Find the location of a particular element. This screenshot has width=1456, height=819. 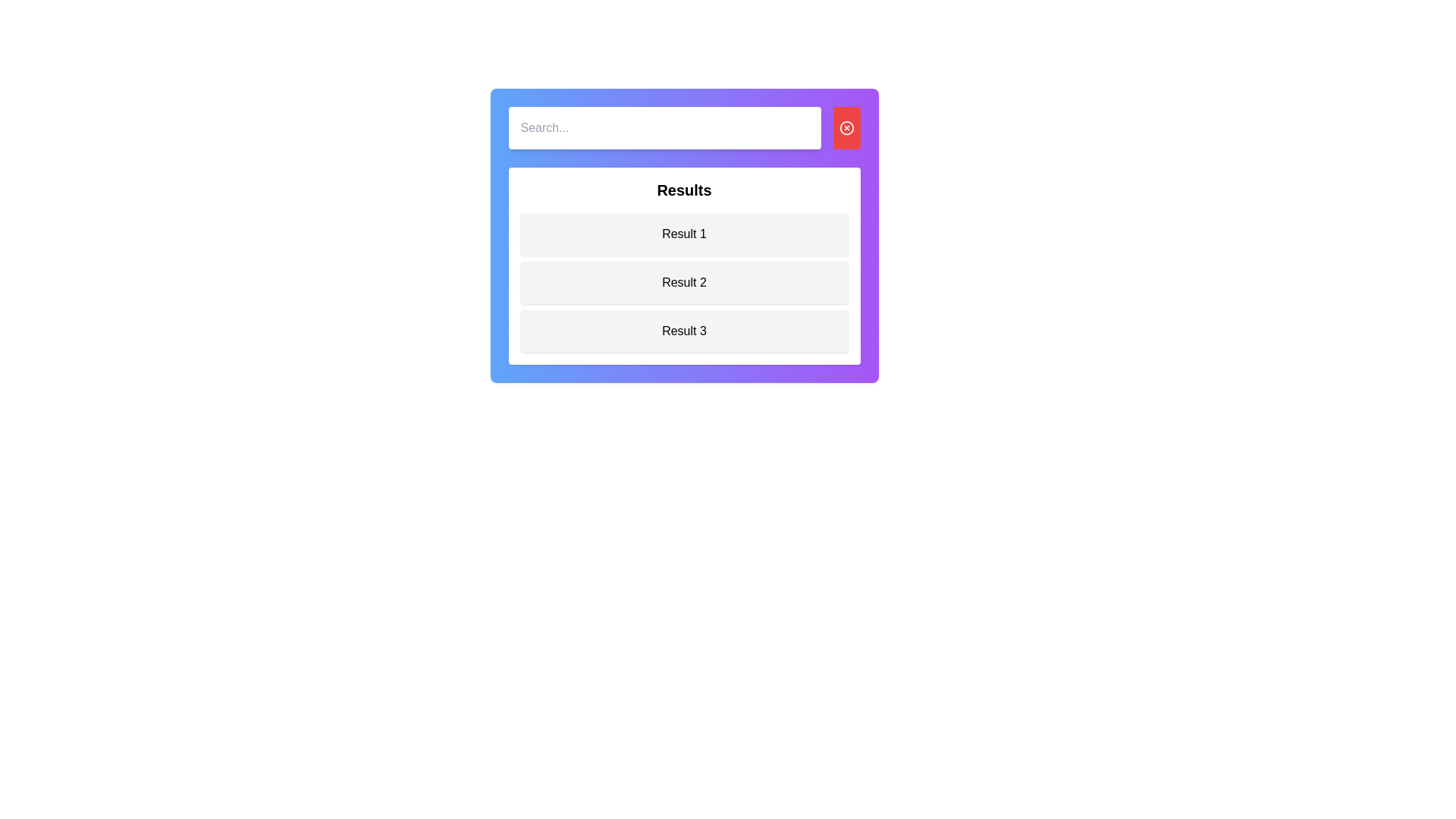

the List Item containing the text 'Result 3', which is a rectangular area with rounded corners and a light gray background is located at coordinates (683, 330).